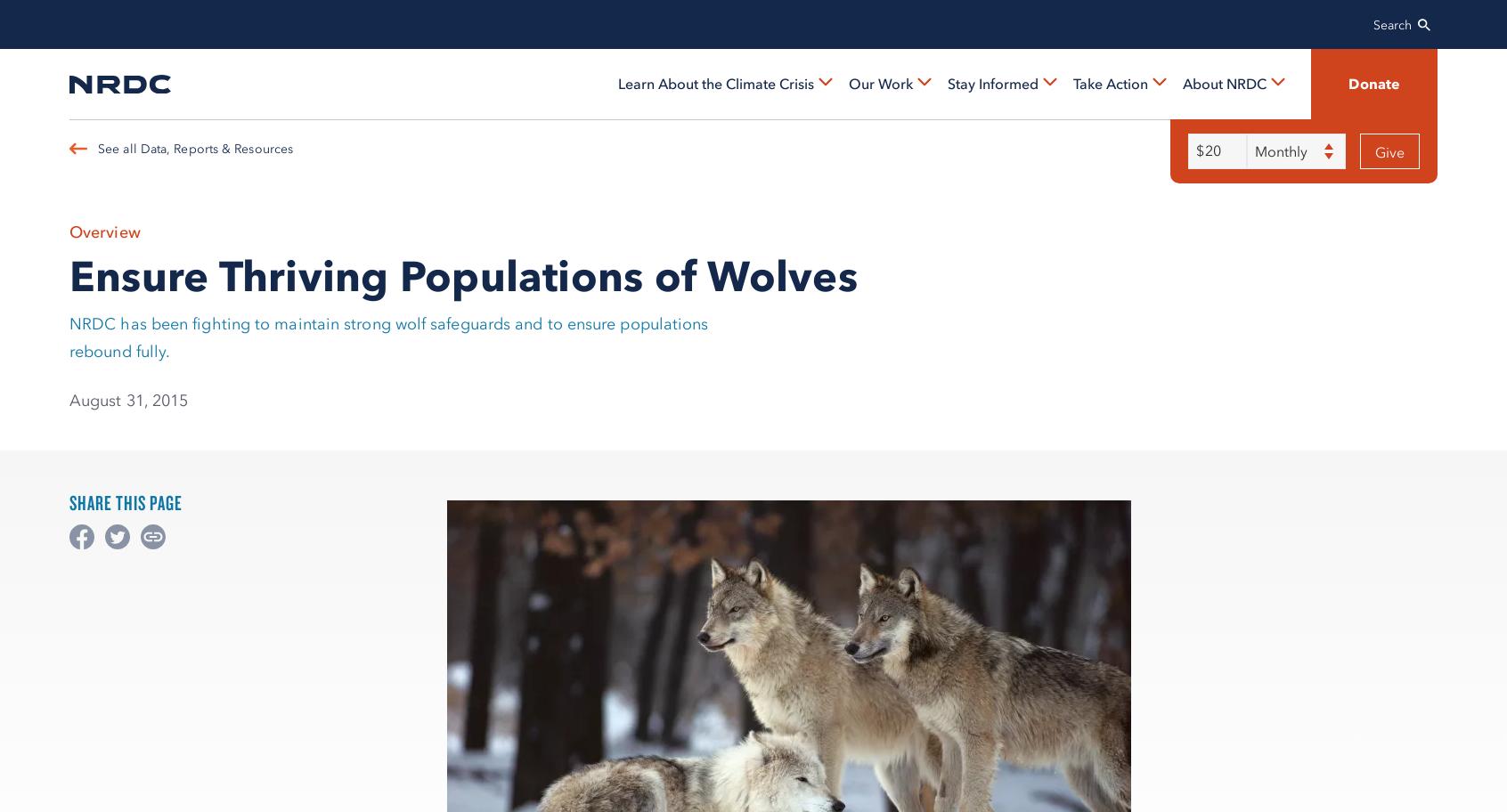  What do you see at coordinates (618, 84) in the screenshot?
I see `'Learn About the Climate Crisis'` at bounding box center [618, 84].